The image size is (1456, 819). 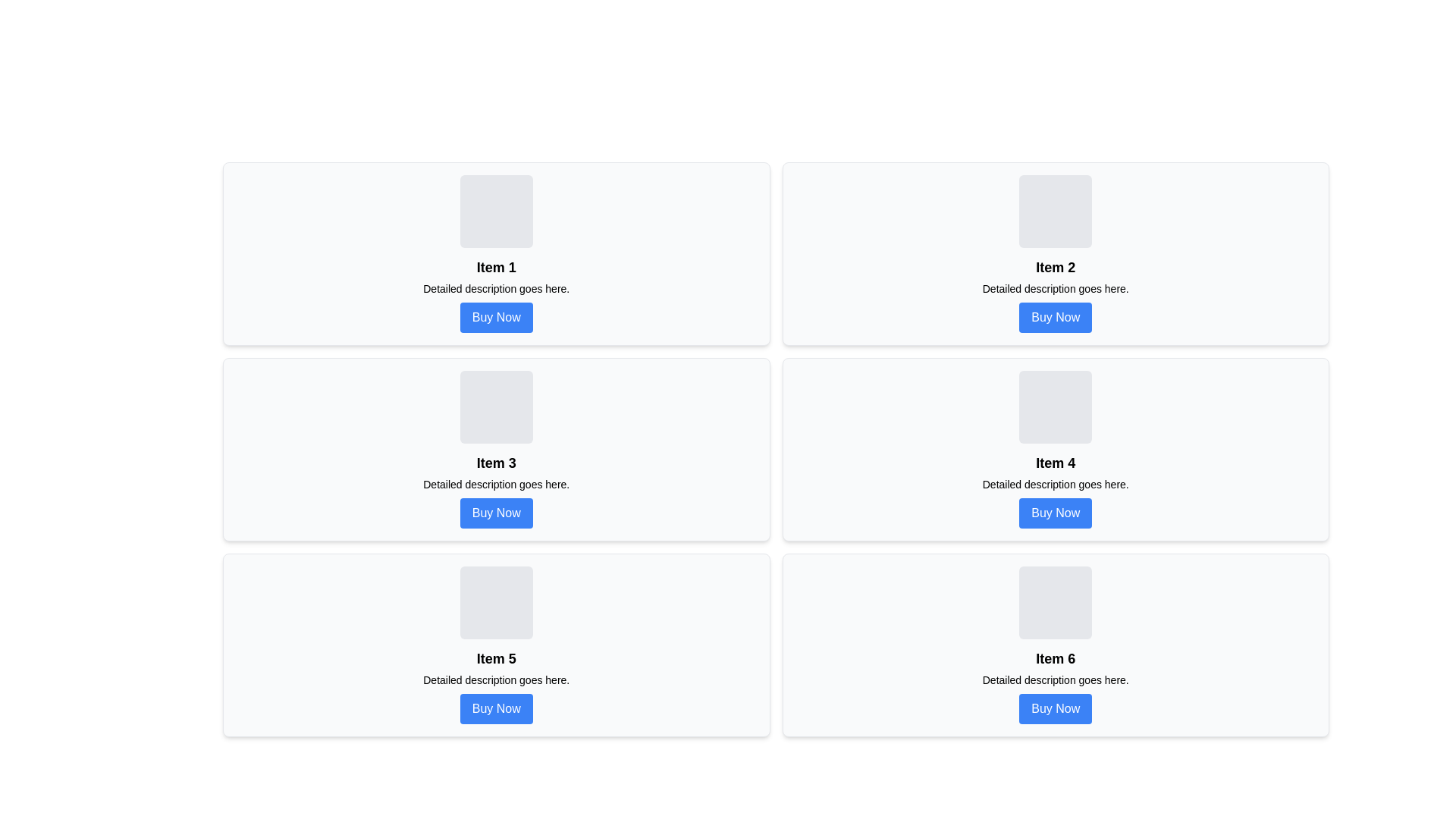 I want to click on the 'Buy Now' button, which is a rectangular button with a blue background and white text, located in the first card labeled 'Item 1', so click(x=496, y=317).